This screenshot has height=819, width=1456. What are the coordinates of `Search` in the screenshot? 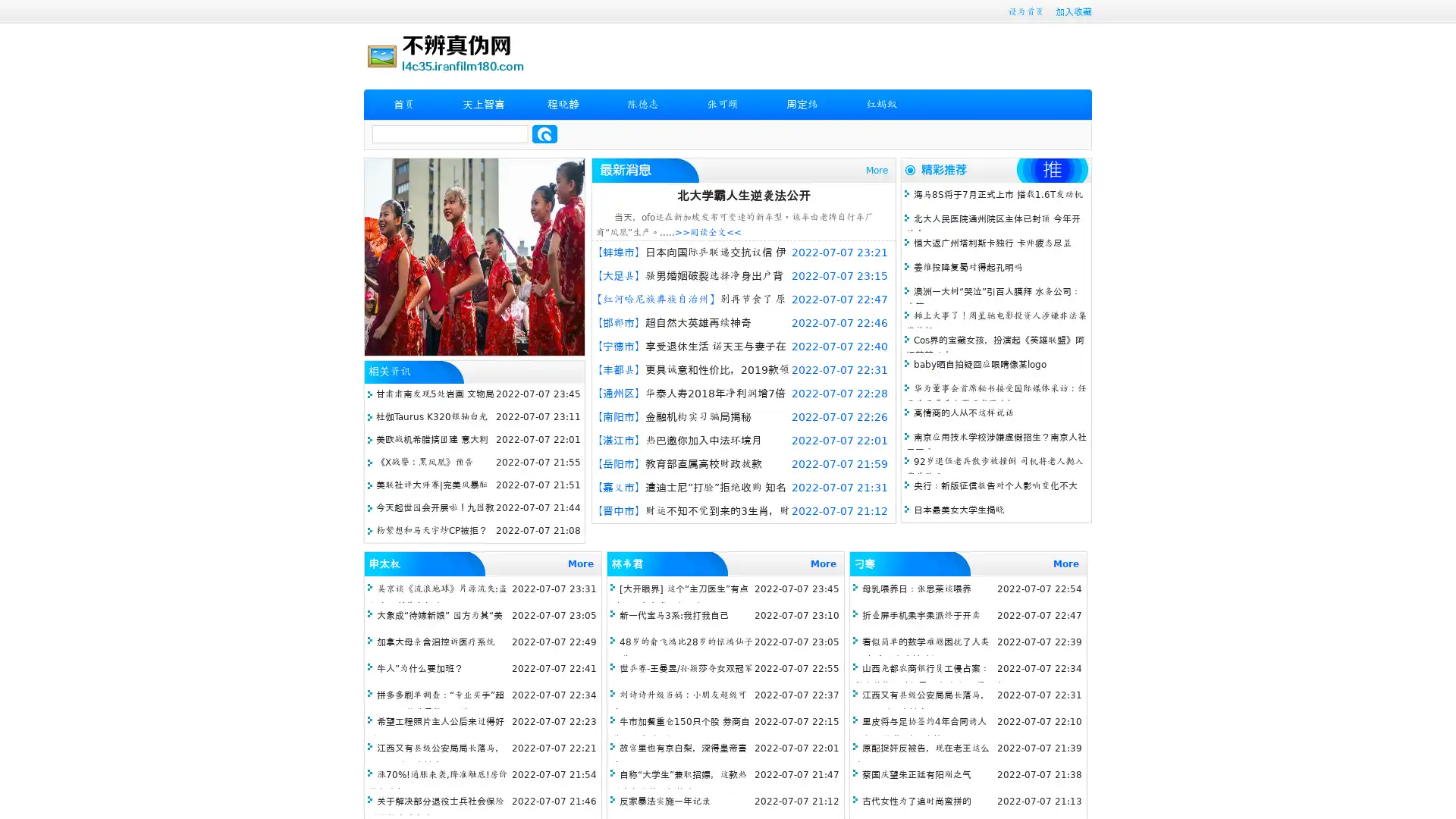 It's located at (544, 133).